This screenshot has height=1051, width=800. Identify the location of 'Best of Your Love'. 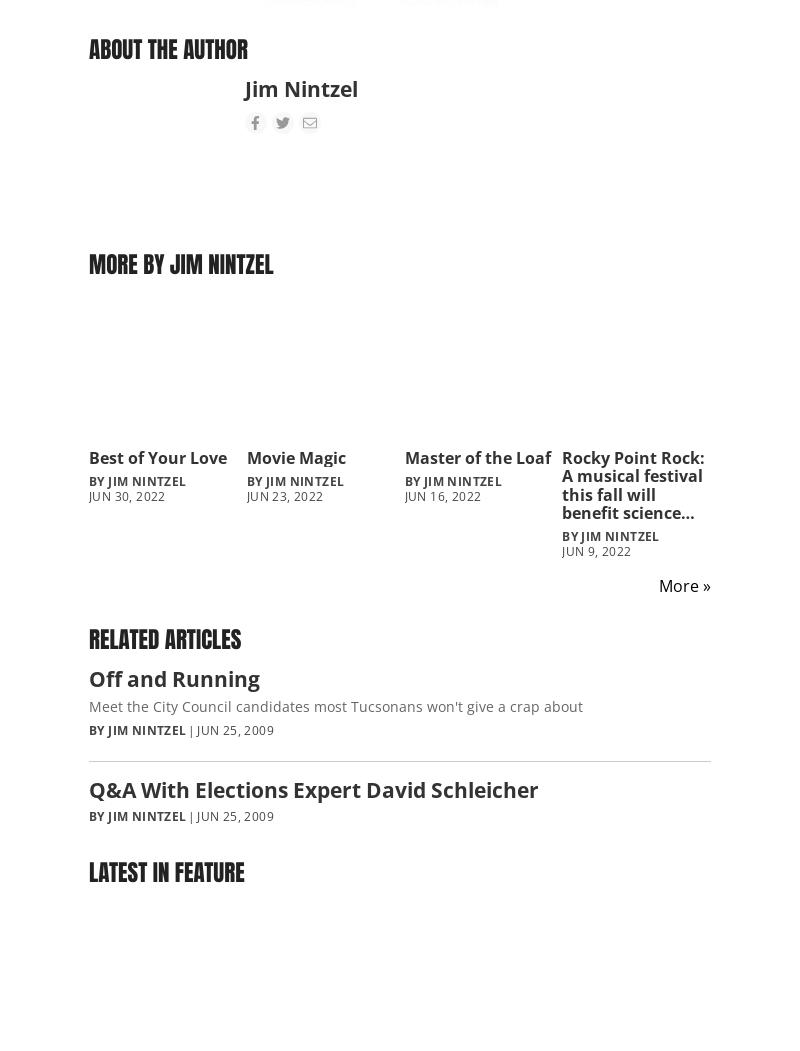
(158, 455).